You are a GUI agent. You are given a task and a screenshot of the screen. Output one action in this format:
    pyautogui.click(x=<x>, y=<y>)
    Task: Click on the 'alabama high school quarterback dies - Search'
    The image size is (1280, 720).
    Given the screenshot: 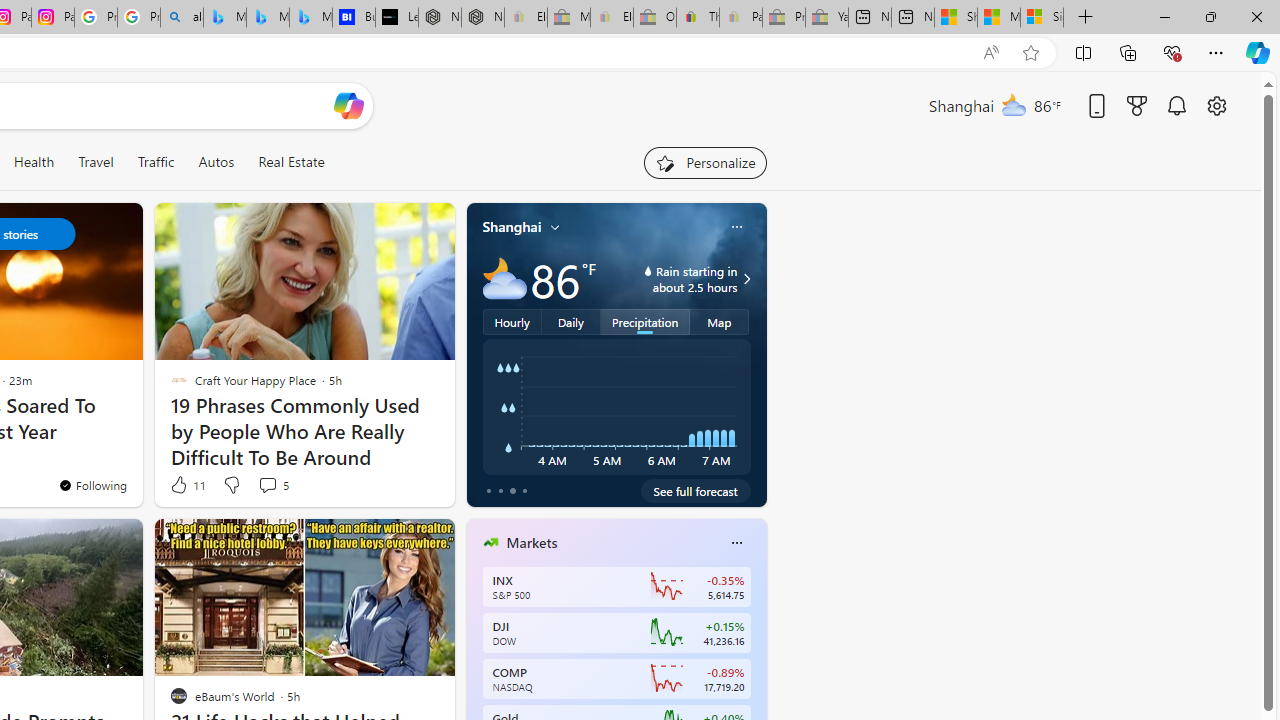 What is the action you would take?
    pyautogui.click(x=182, y=17)
    